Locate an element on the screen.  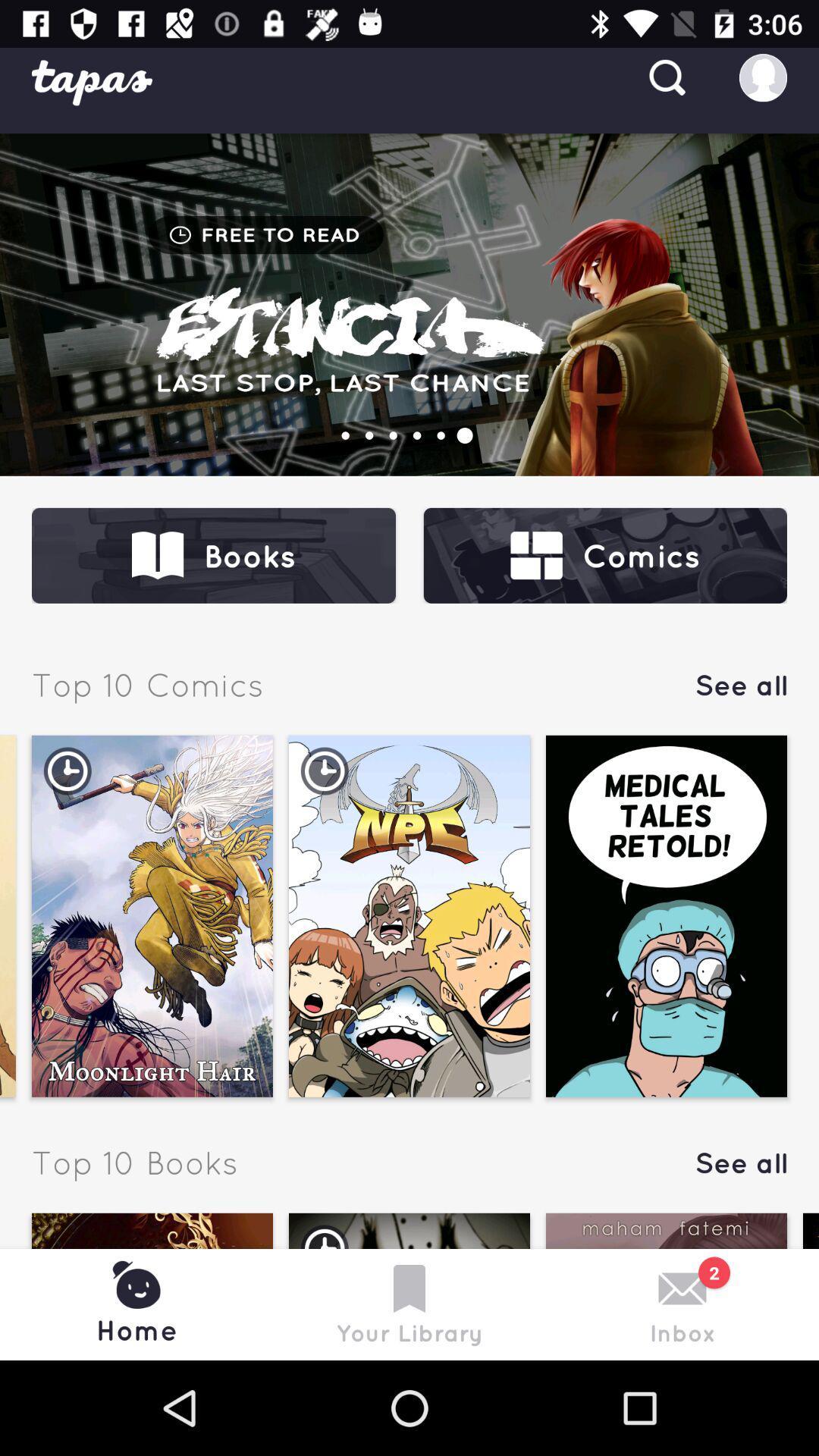
the box next to books is located at coordinates (604, 555).